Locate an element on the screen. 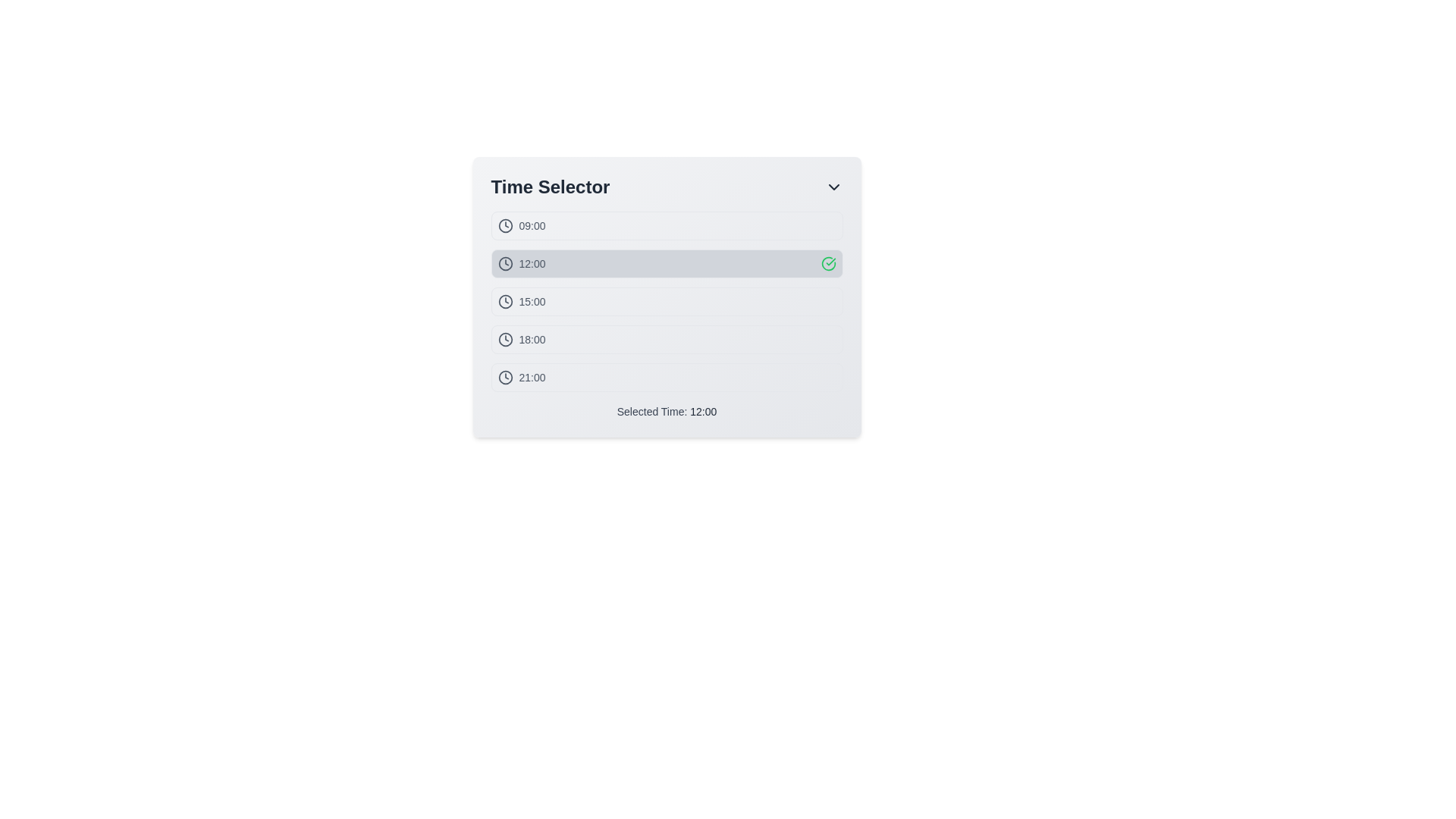  the button labeled '18:00' which has a light gray background and a clock icon, located in the time selector interface is located at coordinates (667, 338).